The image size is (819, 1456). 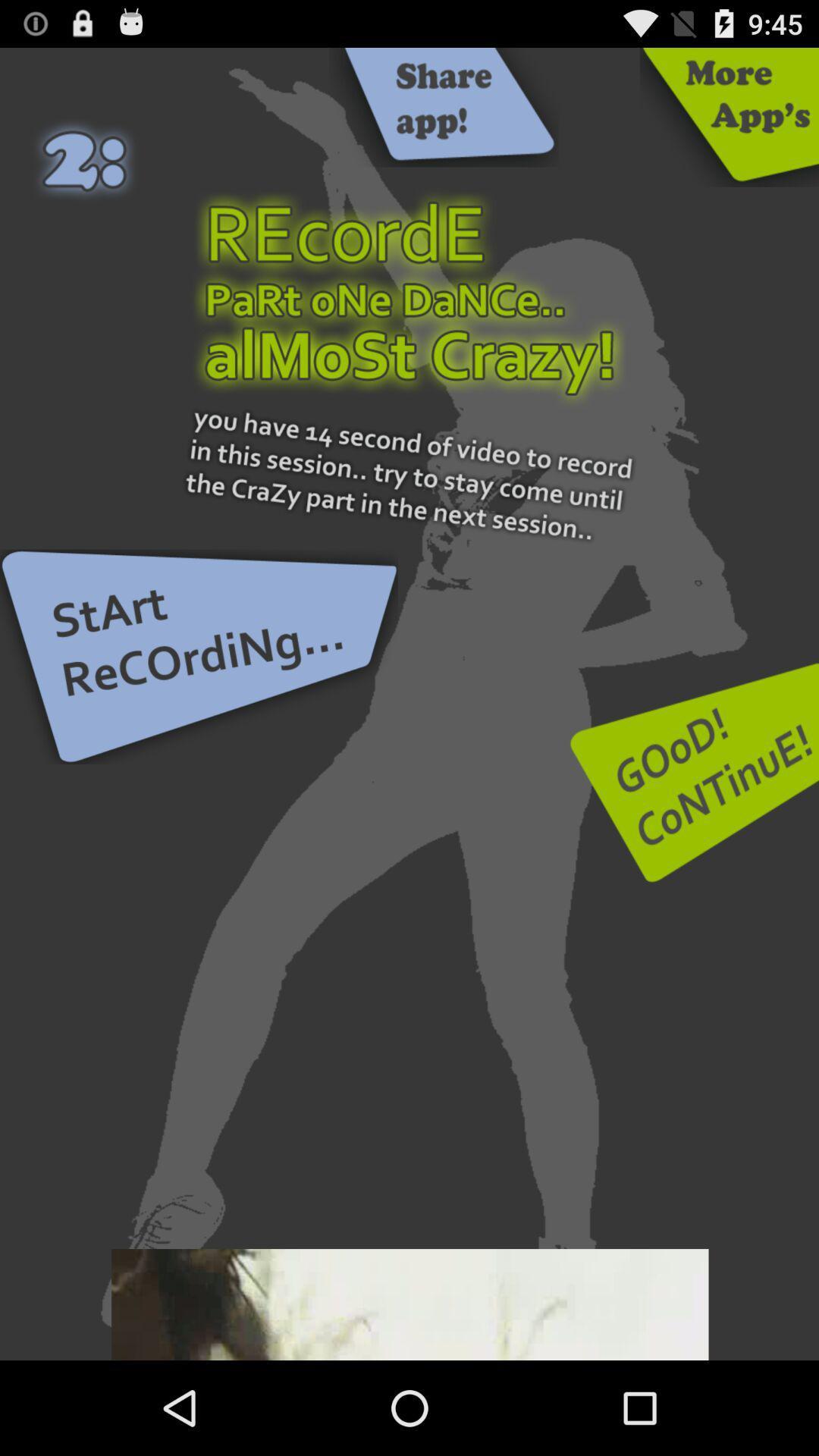 I want to click on this button share app, so click(x=444, y=106).